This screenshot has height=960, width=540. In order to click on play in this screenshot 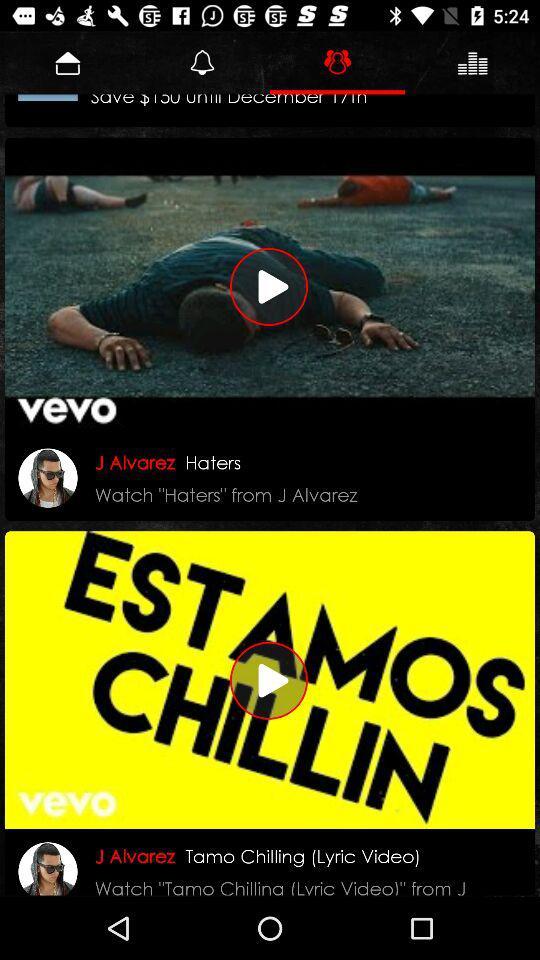, I will do `click(270, 285)`.